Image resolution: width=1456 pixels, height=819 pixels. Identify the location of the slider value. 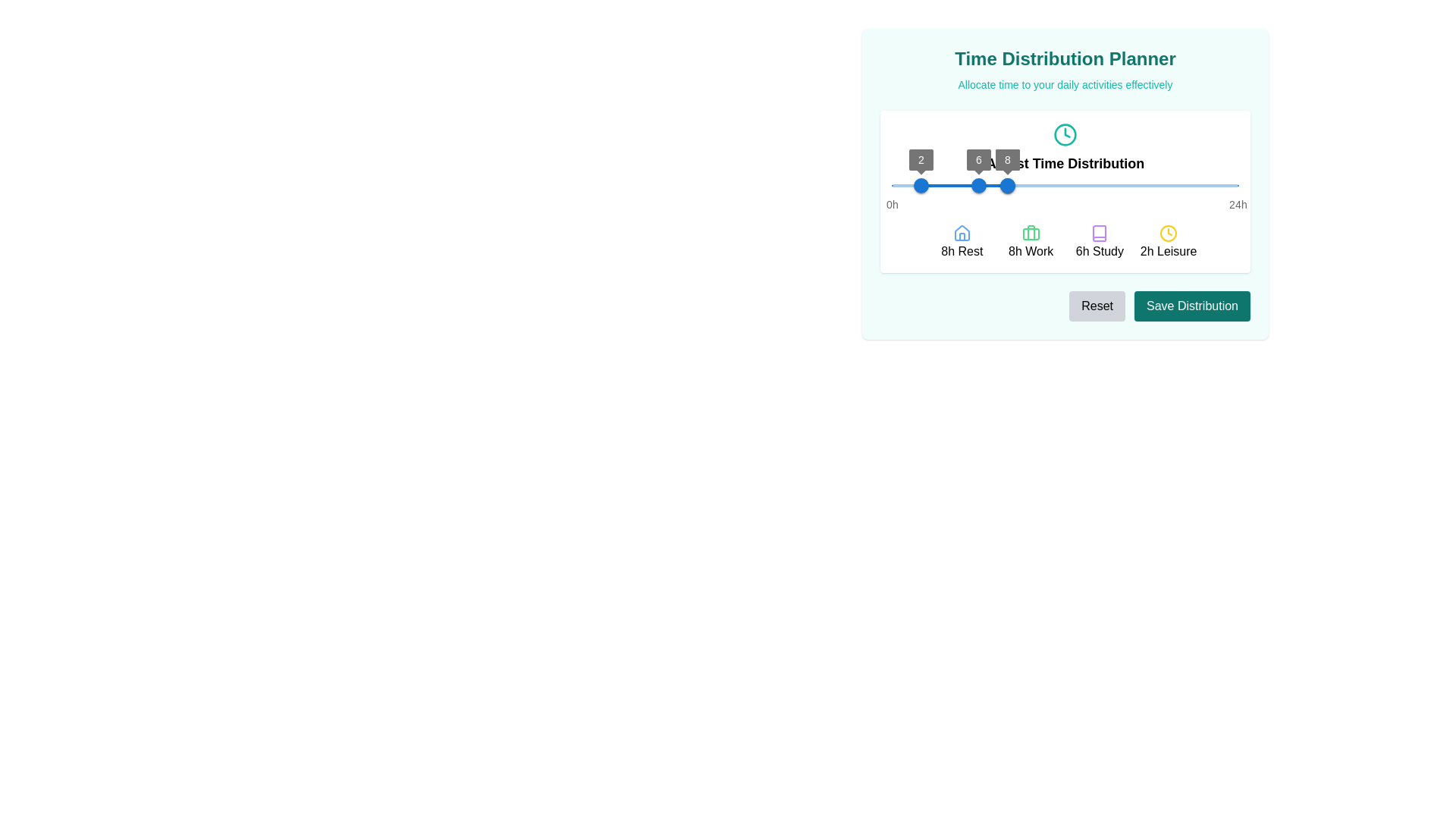
(920, 185).